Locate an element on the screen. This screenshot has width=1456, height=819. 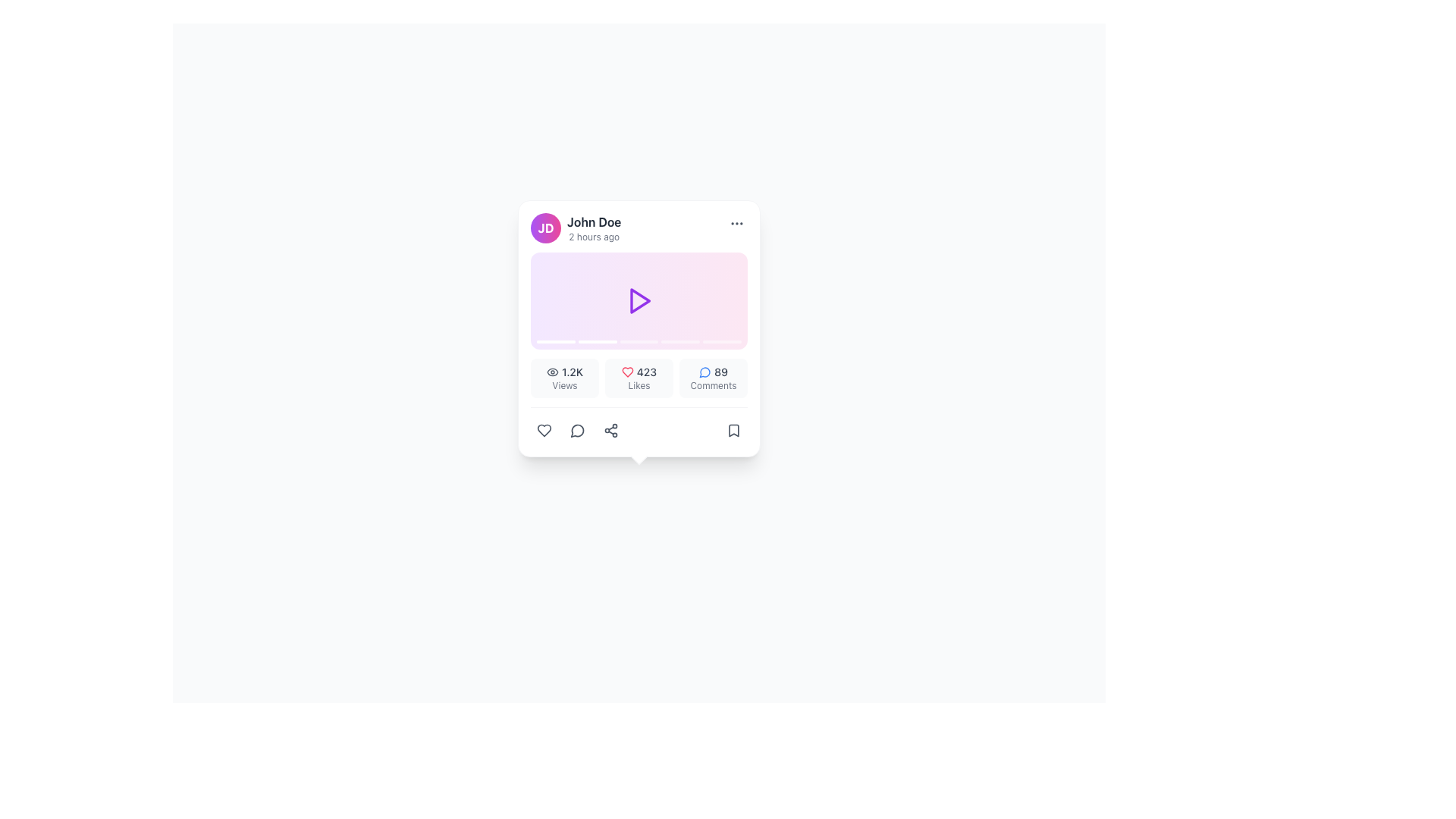
the second segment of the horizontal progress bar, which is a narrow, white rounded bar with a semi-transparent background, located at the bottom center of the card UI is located at coordinates (597, 342).